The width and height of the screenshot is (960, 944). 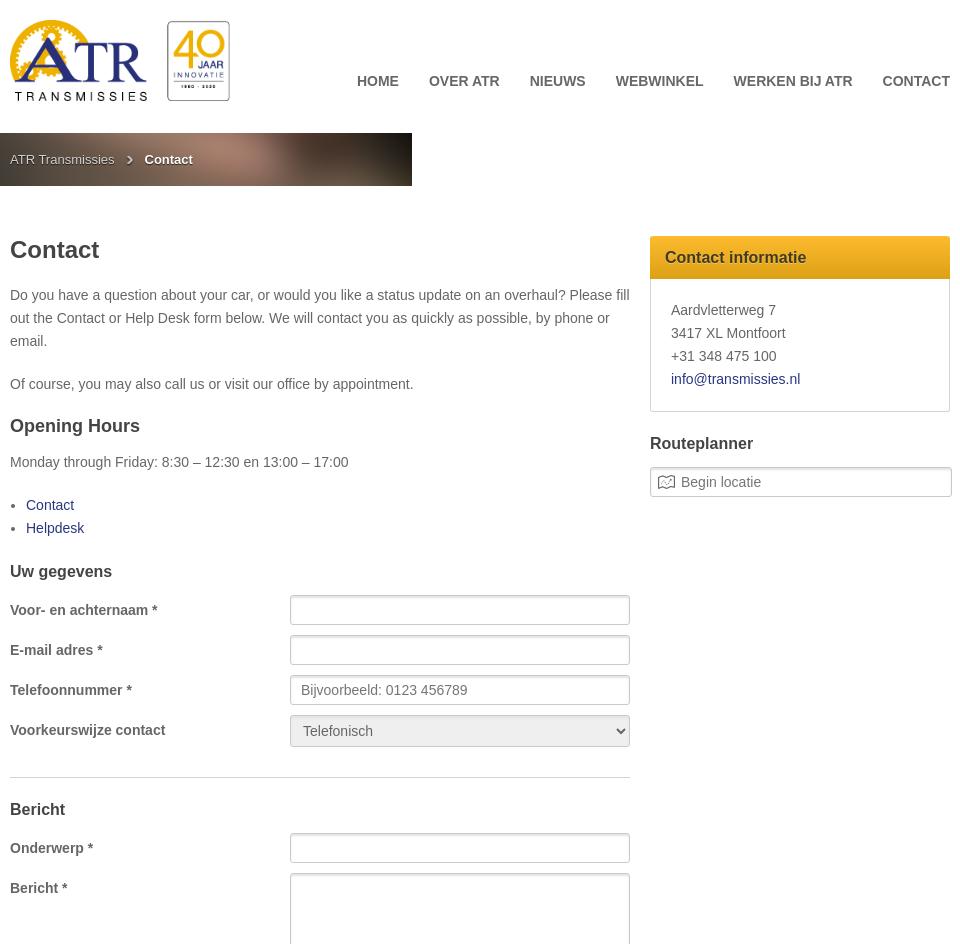 I want to click on 'Monday through Friday: 8:30 – 12:30 en 13:00 – 17:00', so click(x=178, y=460).